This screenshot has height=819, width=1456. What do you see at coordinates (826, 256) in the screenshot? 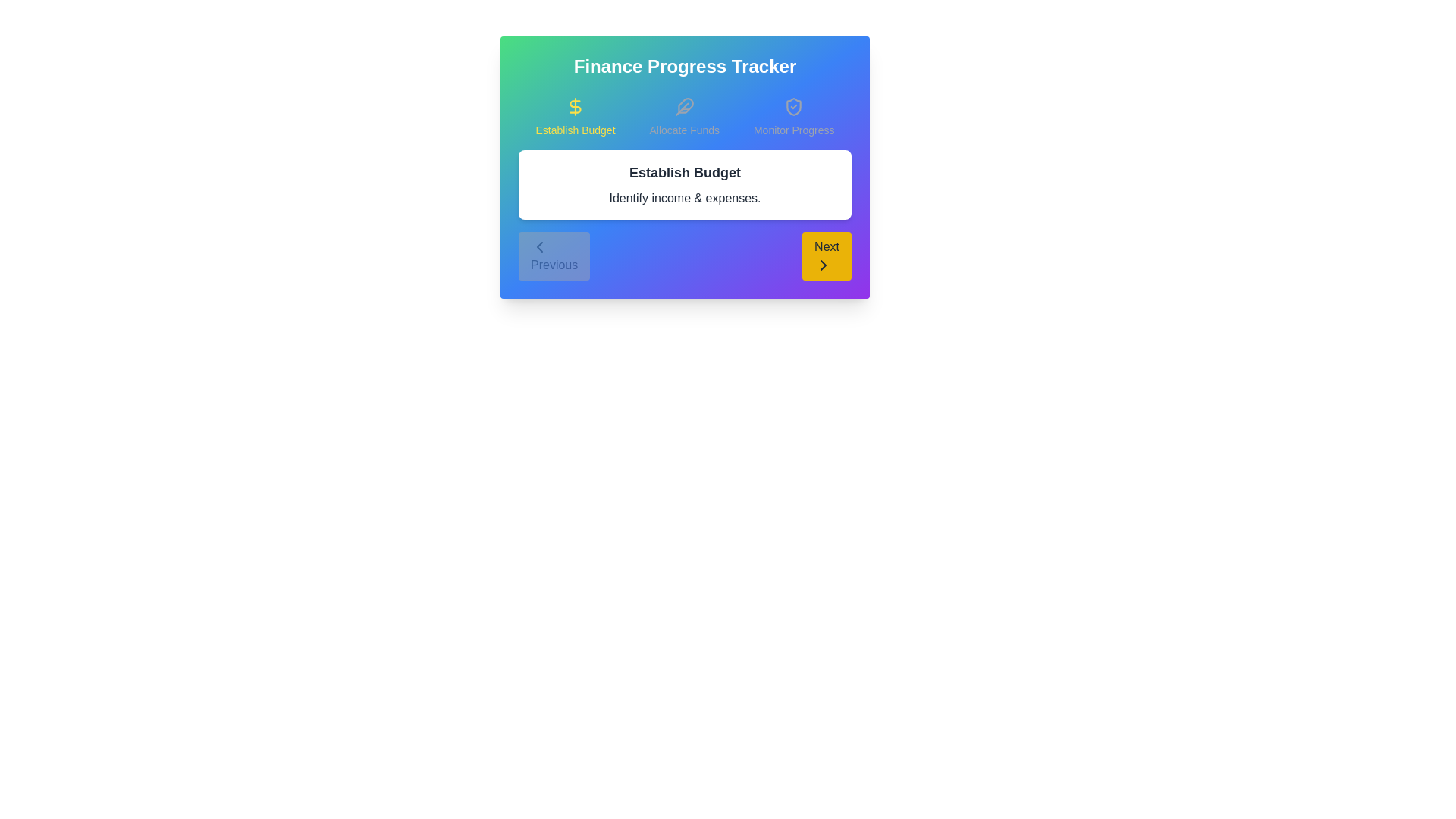
I see `the 'Next' button to navigate to the next process` at bounding box center [826, 256].